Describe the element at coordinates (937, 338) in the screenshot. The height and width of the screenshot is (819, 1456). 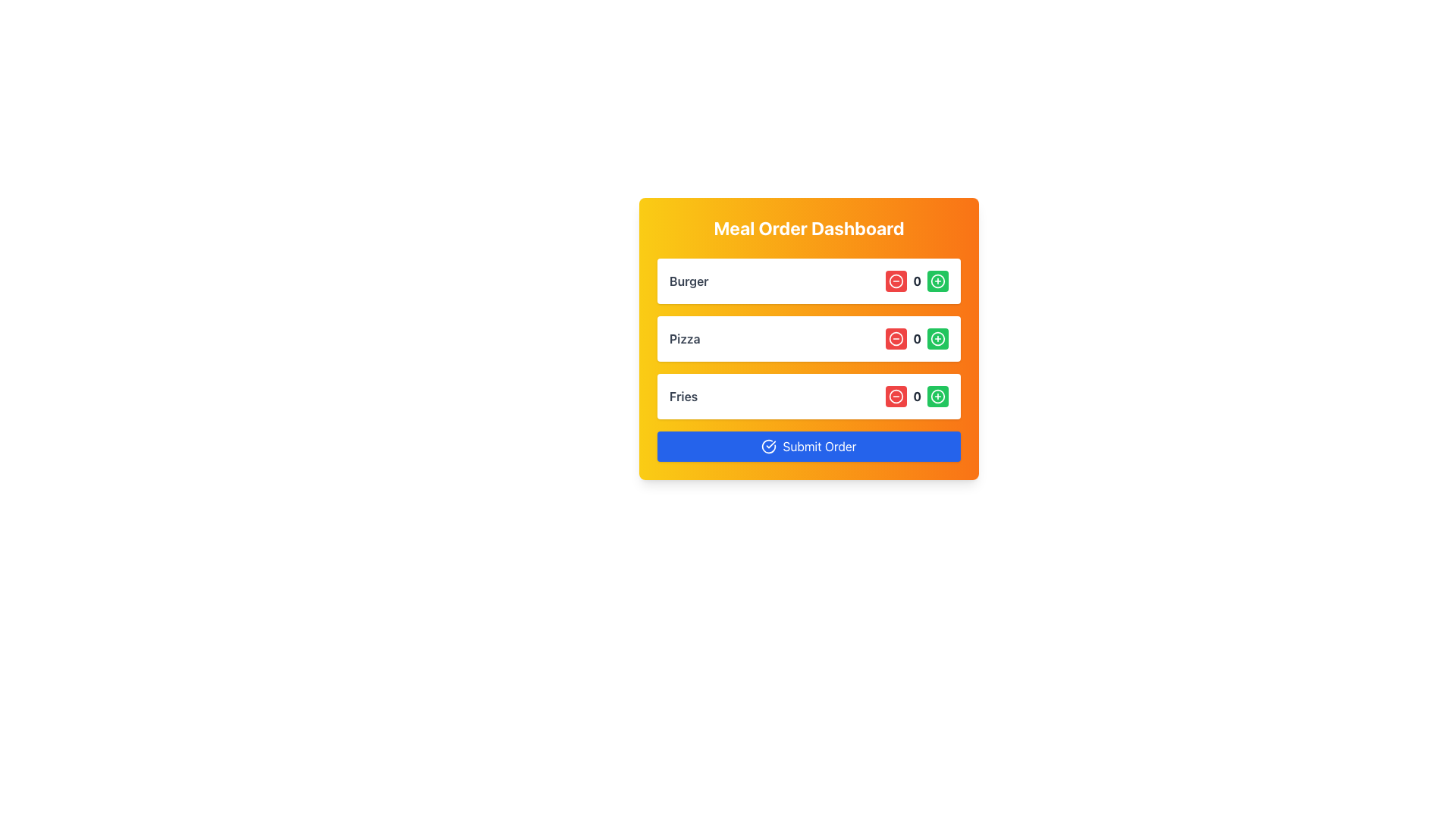
I see `the SVG graphic (circle) within the green 'Add' button located on the far right of the second row labeled with 'Pizza'` at that location.